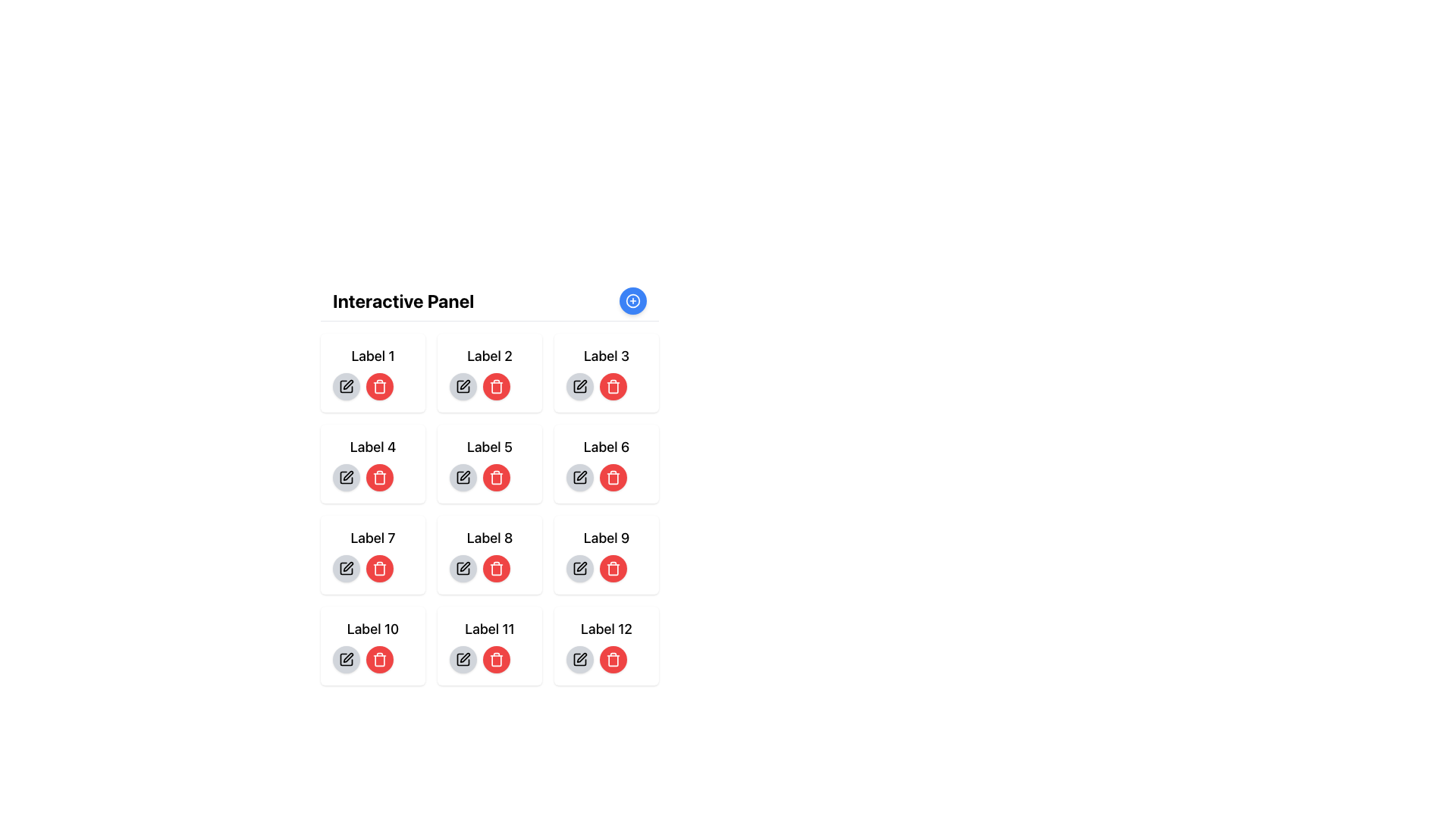 The image size is (1456, 819). What do you see at coordinates (345, 659) in the screenshot?
I see `the edit icon located in the bottom-left corner of the 'Interactive Panel' under the 'Label 10' header` at bounding box center [345, 659].